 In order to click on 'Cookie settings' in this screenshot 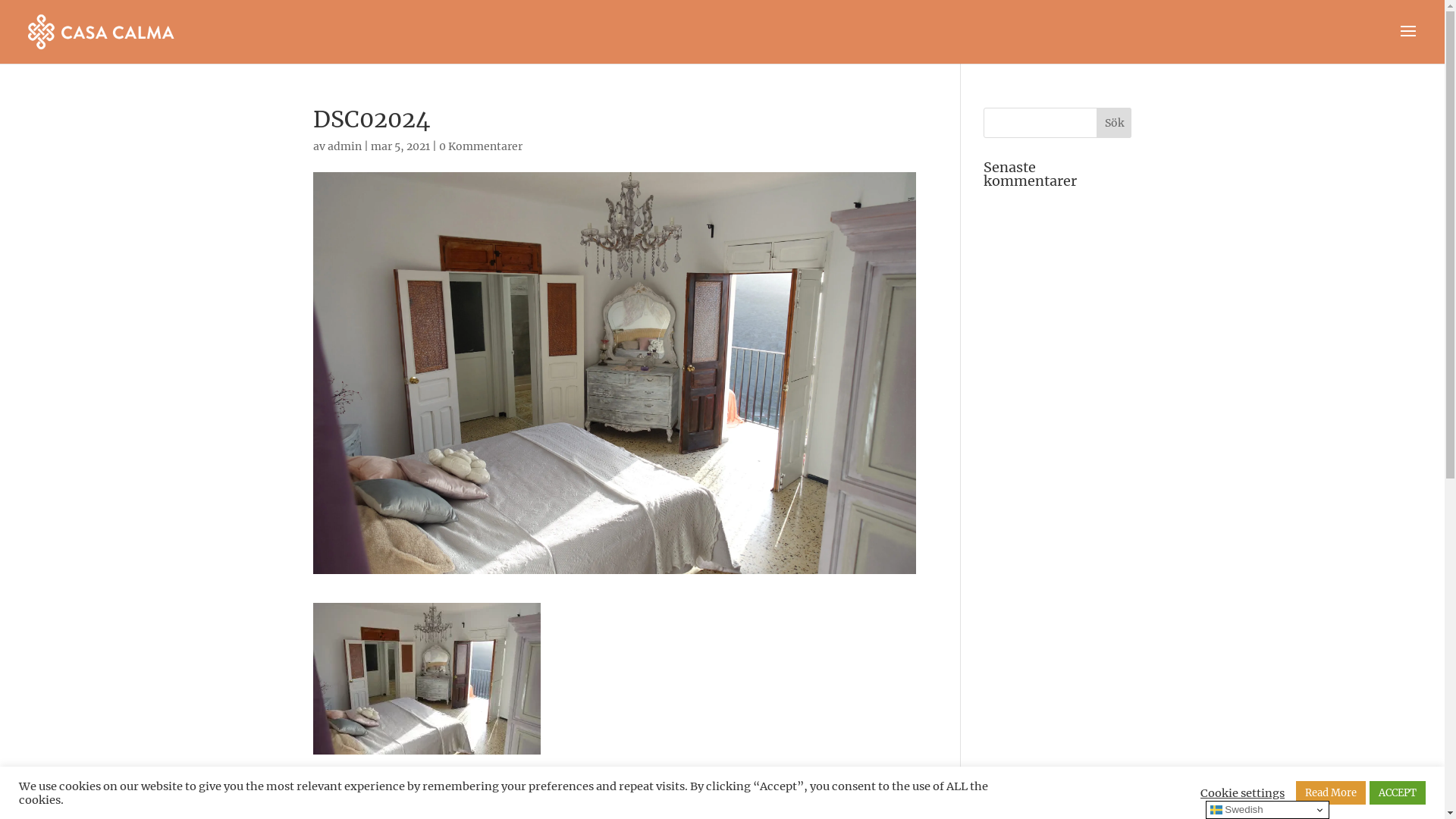, I will do `click(1242, 792)`.